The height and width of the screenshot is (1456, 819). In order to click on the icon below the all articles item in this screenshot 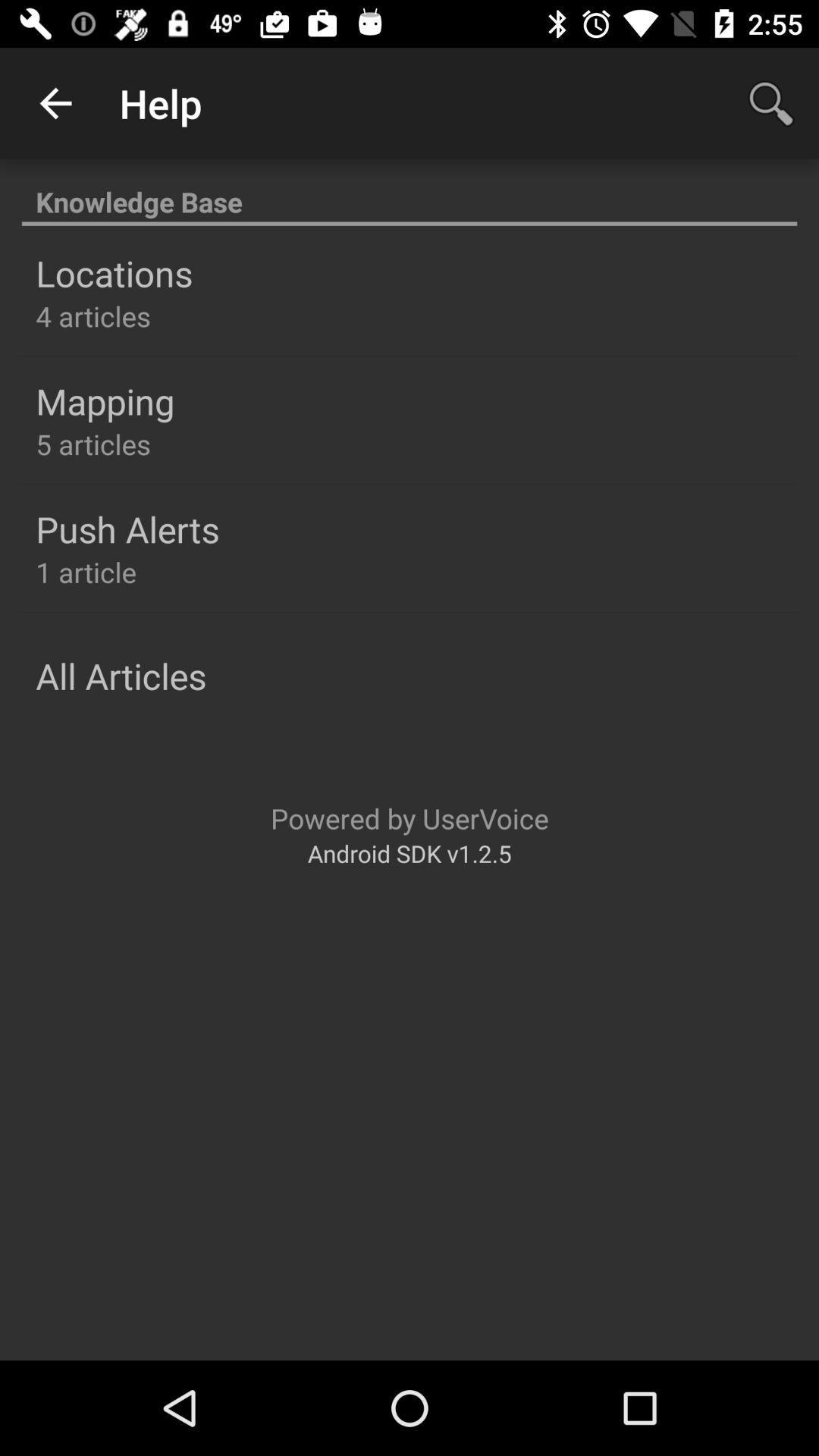, I will do `click(409, 817)`.